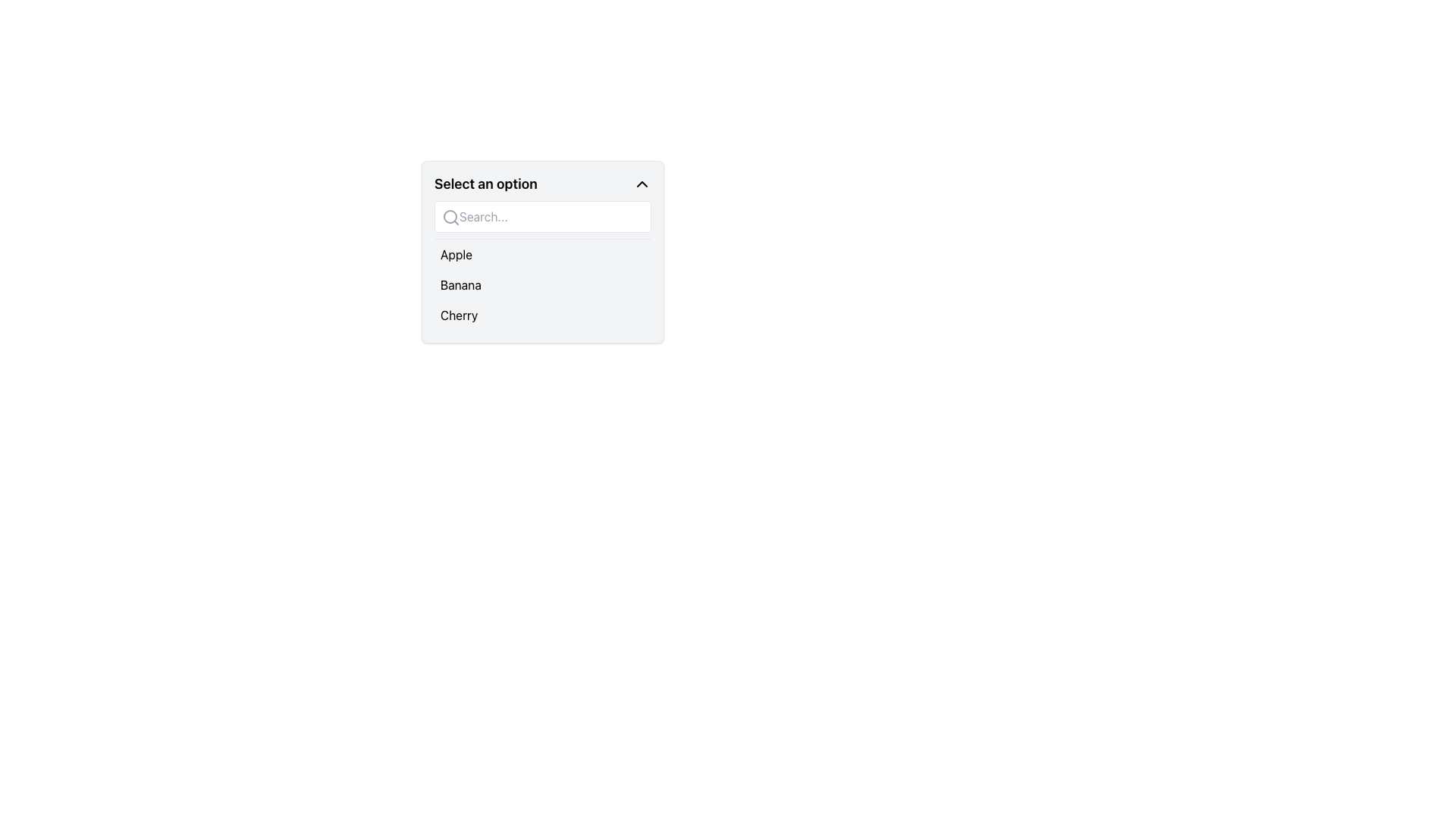 Image resolution: width=1456 pixels, height=819 pixels. What do you see at coordinates (450, 217) in the screenshot?
I see `the decorative magnifying glass icon positioned inside the search box, aligned to the left edge of the text input field` at bounding box center [450, 217].